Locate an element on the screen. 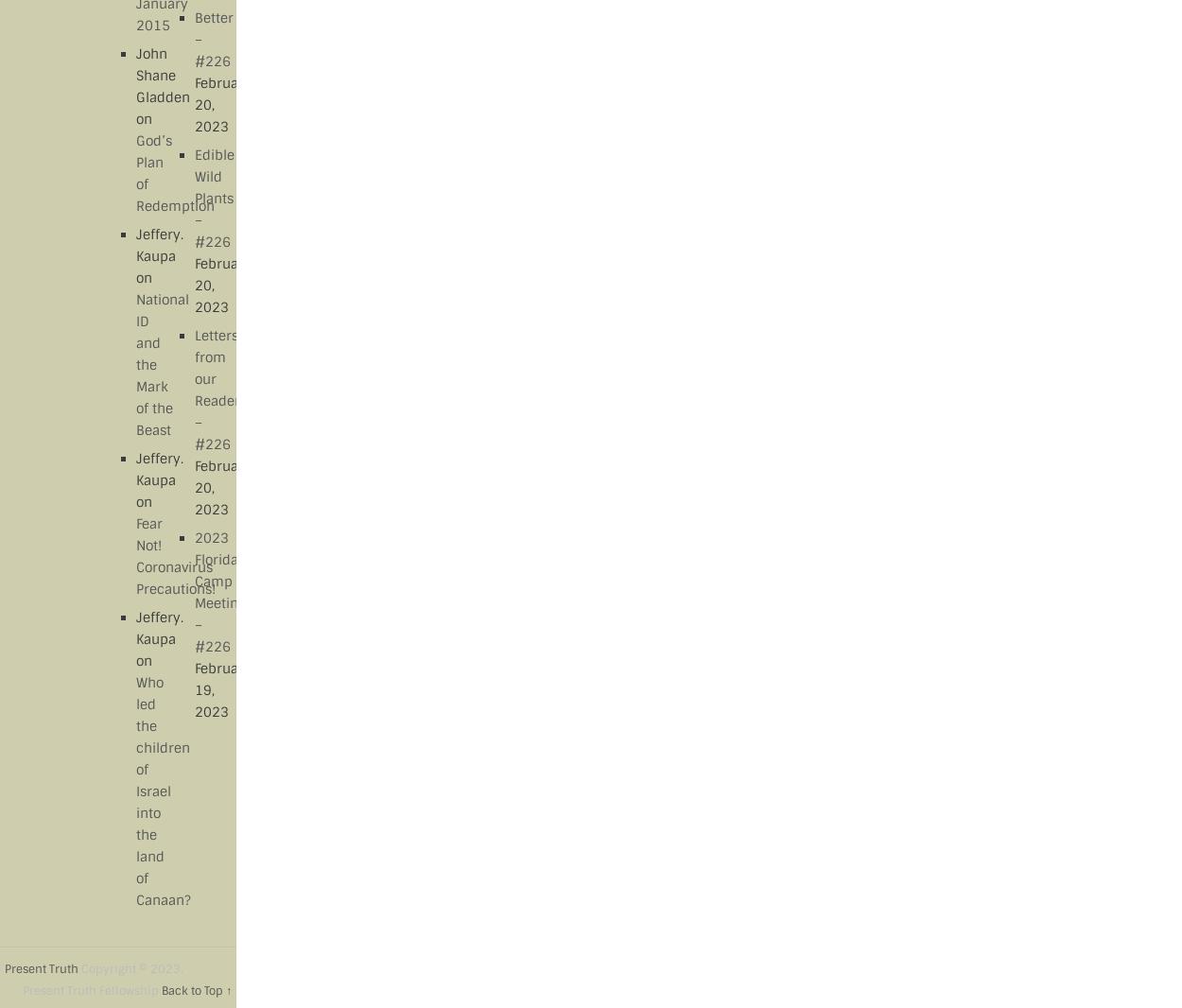 This screenshot has width=1182, height=1008. 'Present Truth Fellowship' is located at coordinates (91, 990).